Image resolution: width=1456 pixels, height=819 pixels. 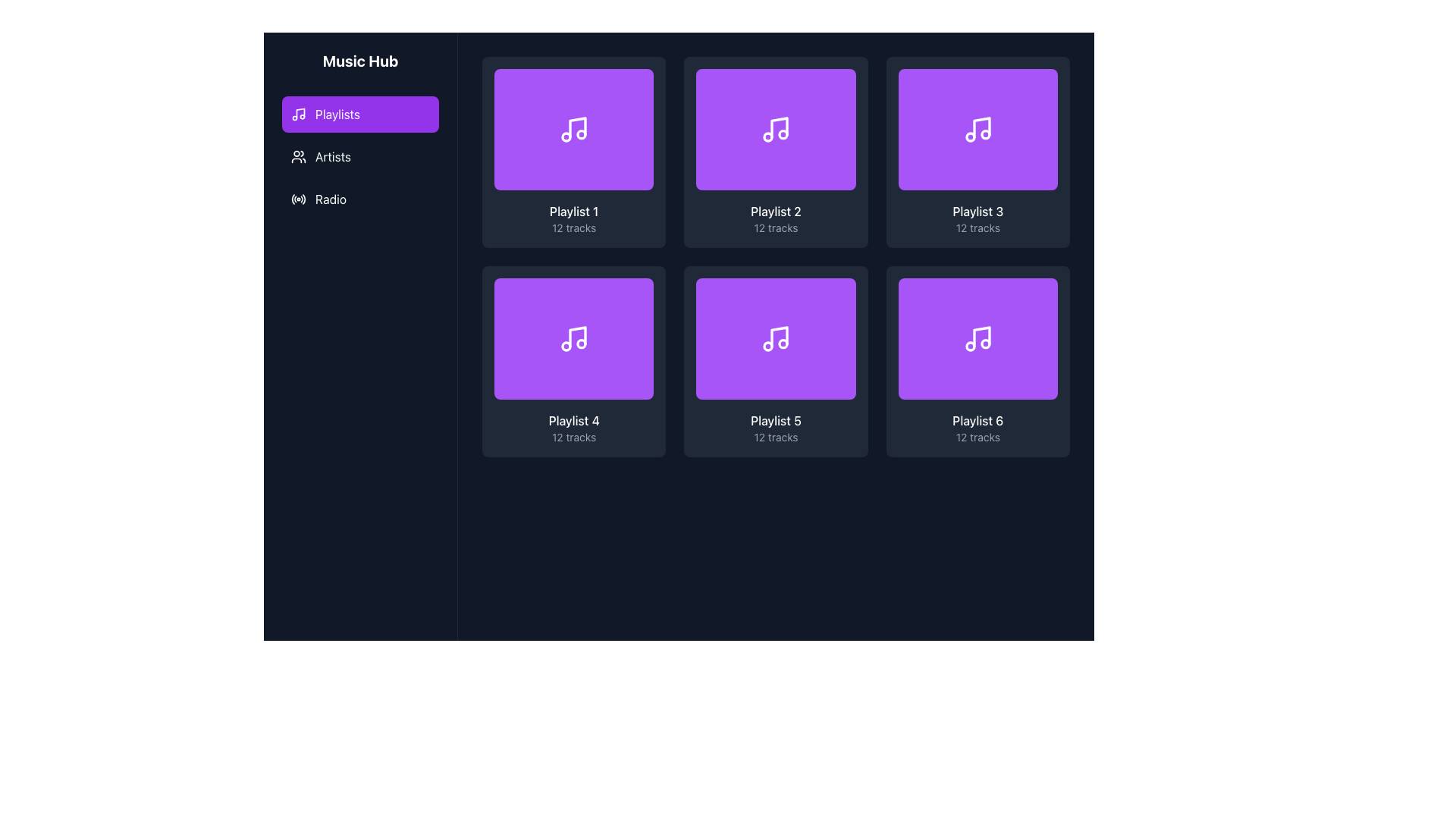 I want to click on the text label identifying 'Playlist 6' located at the center bottom of the card in the third column of the second row of the grid, so click(x=977, y=421).